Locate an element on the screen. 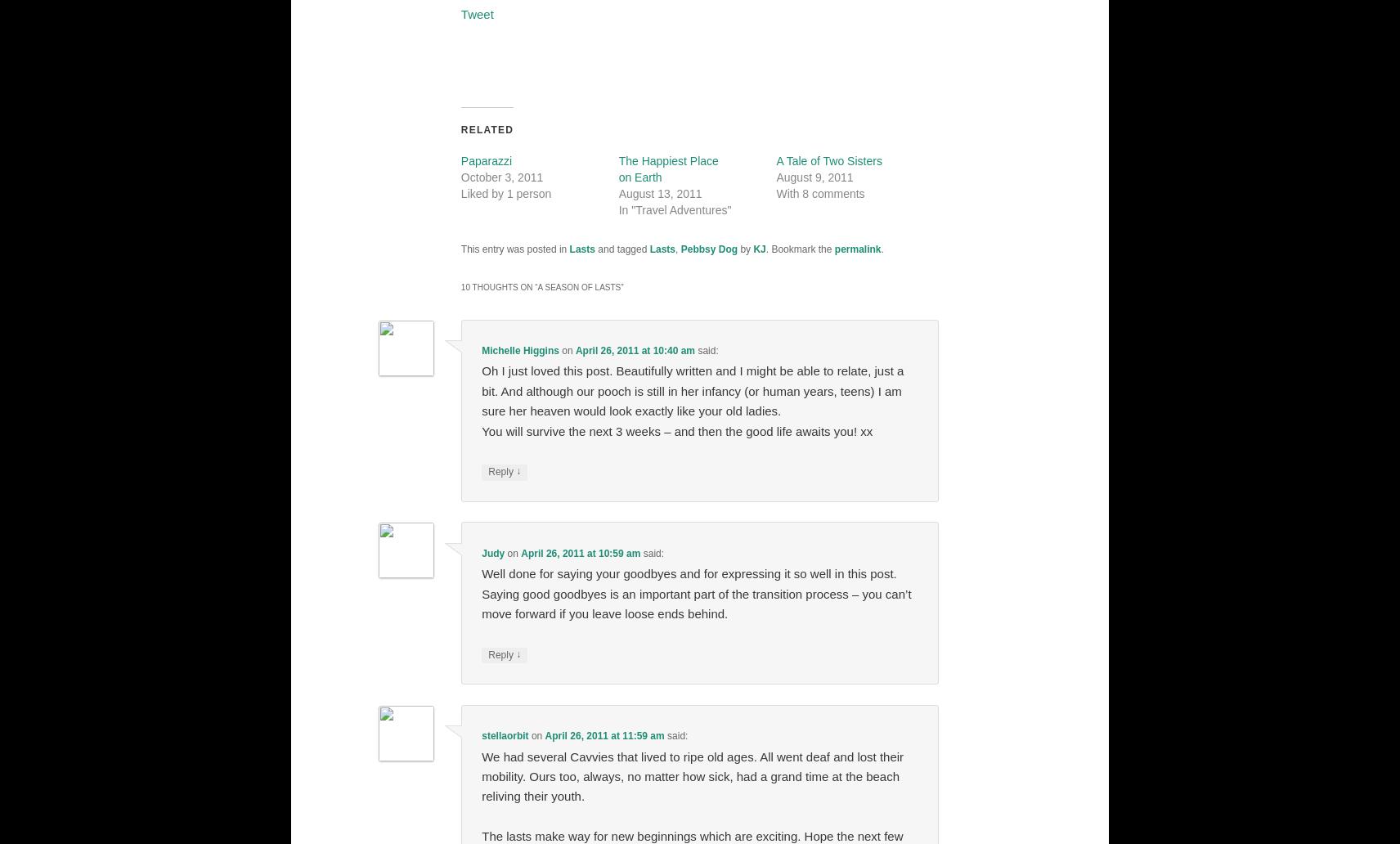  'Oh I just loved this post. Beautifully written and I might be able to relate, just a bit. And although our pooch is still in her infancy (or human years, teens) I am sure her heaven would look exactly like your old ladies.' is located at coordinates (480, 390).